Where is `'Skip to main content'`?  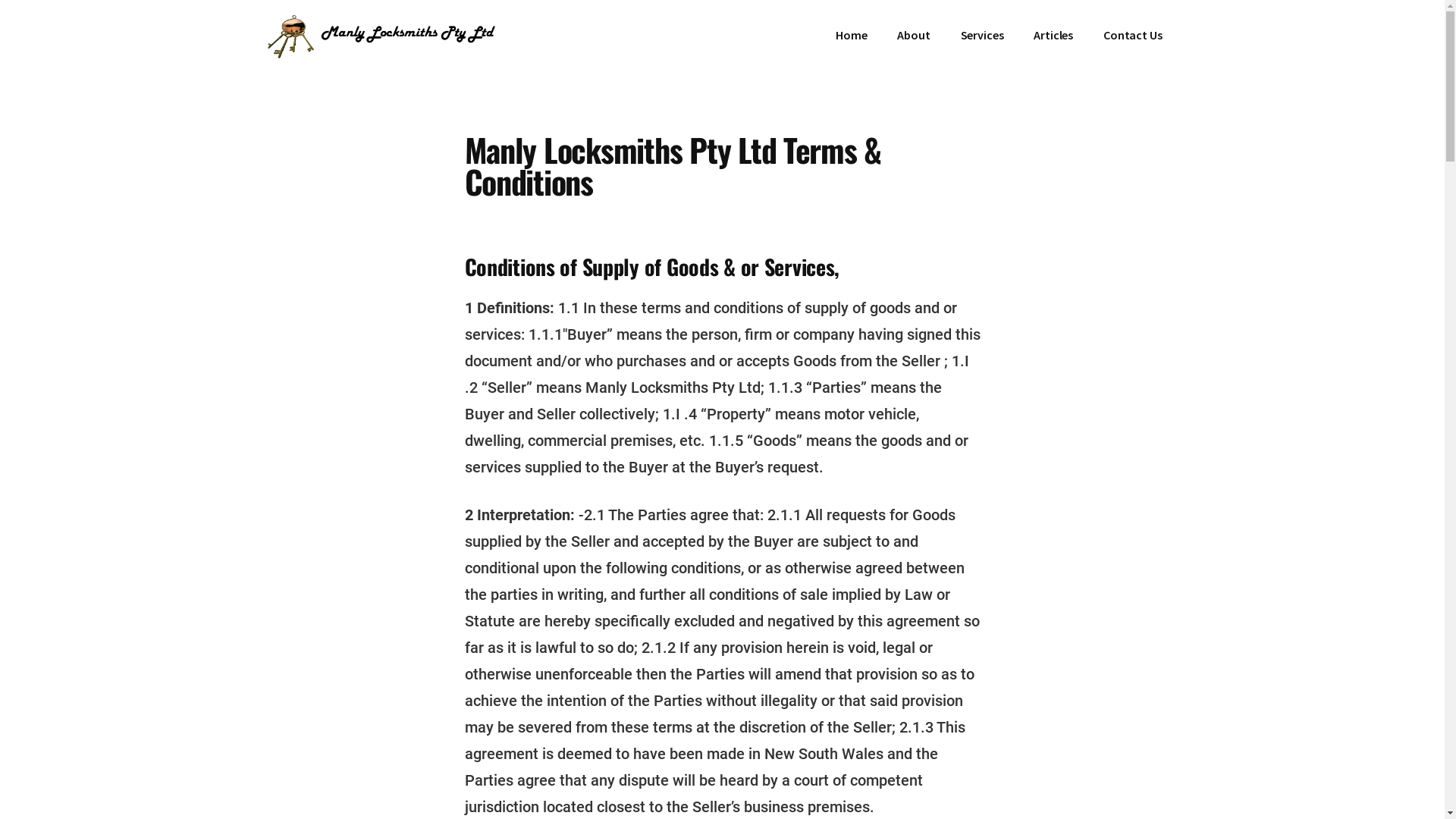
'Skip to main content' is located at coordinates (0, 0).